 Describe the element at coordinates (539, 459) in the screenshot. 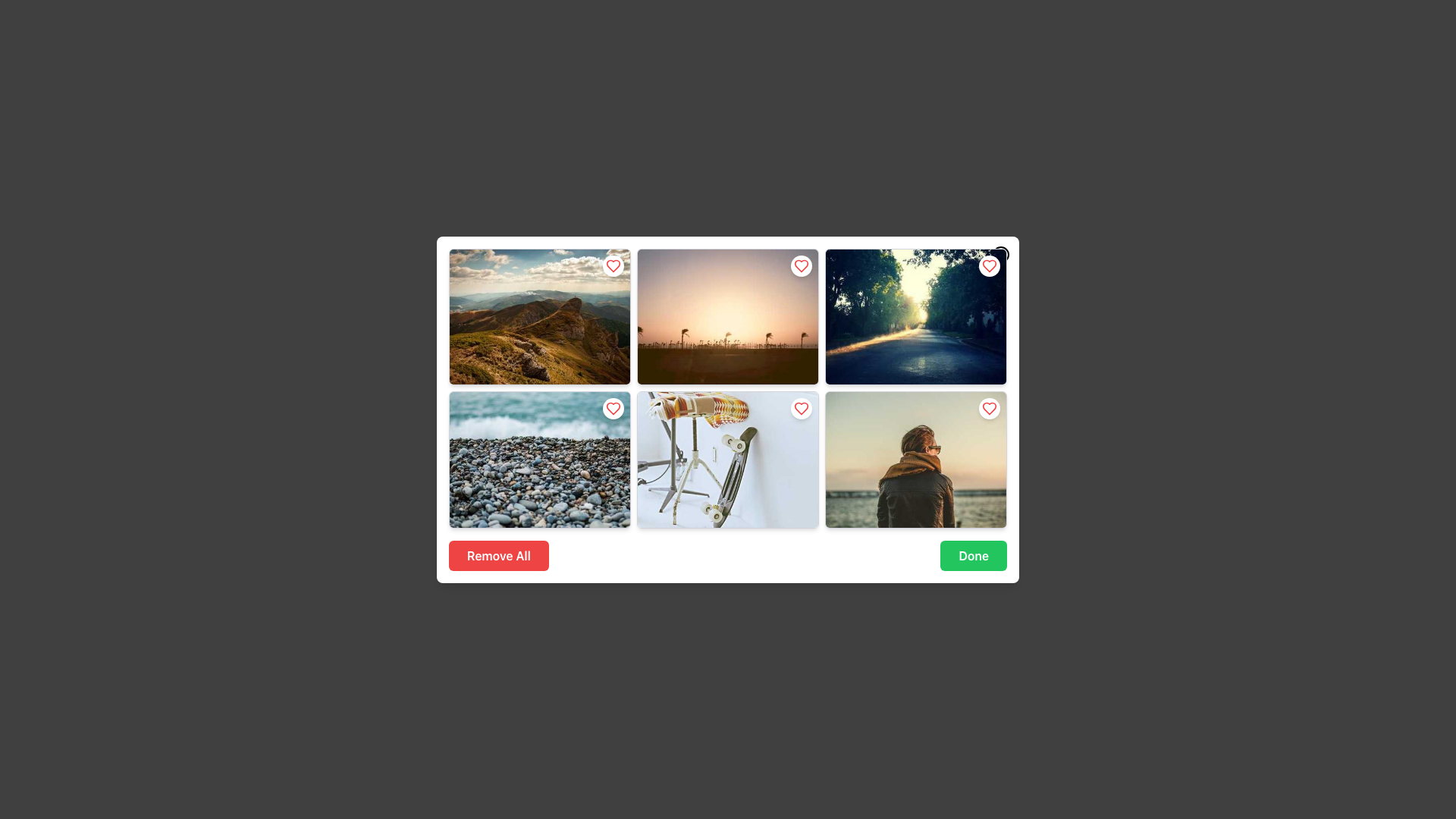

I see `the image displaying a scene with pebbles and the ocean in the background, which is the first element in the second row of a 3x2 grid layout` at that location.